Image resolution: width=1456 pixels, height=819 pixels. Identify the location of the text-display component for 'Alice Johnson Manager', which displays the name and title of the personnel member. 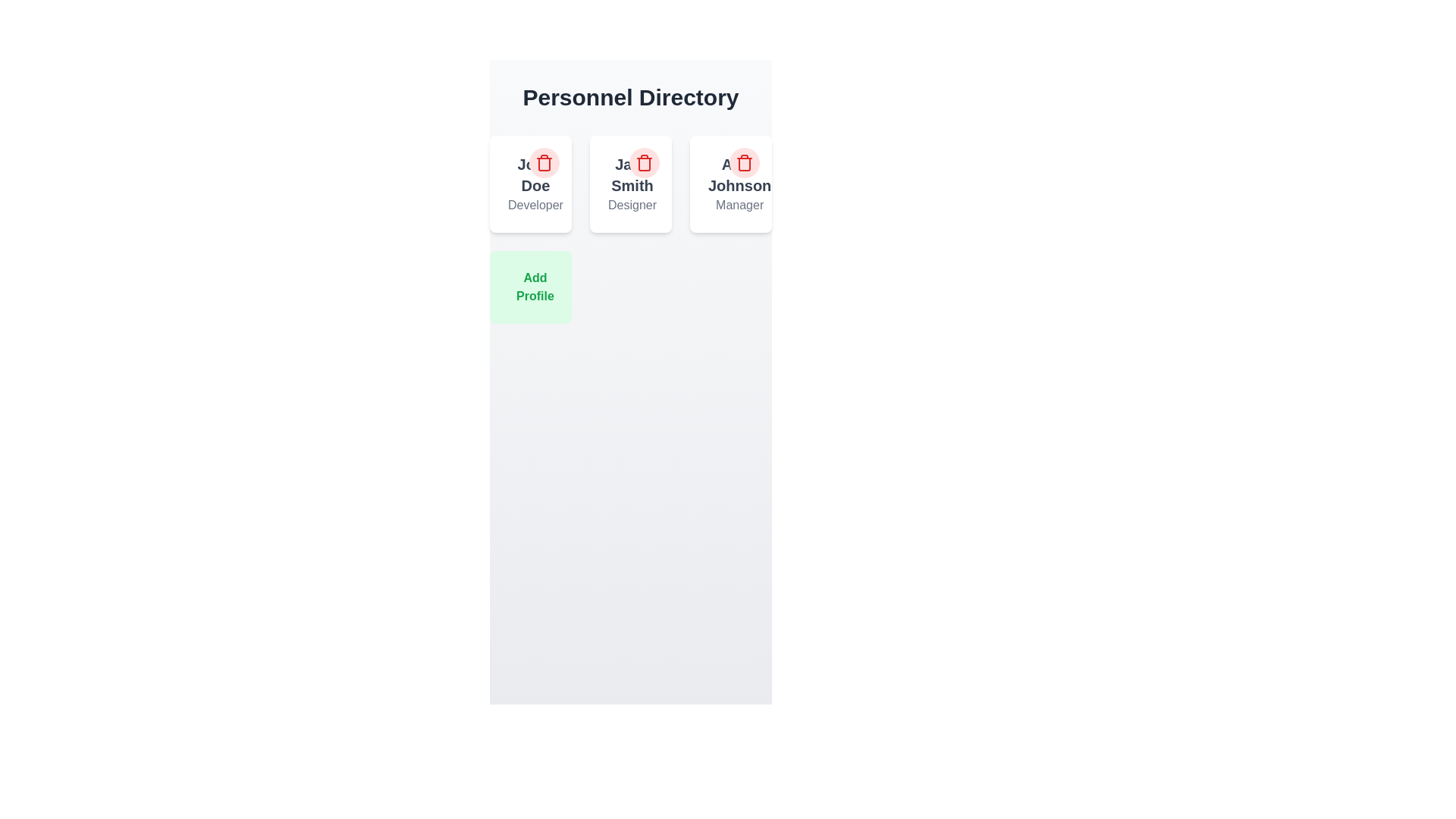
(731, 184).